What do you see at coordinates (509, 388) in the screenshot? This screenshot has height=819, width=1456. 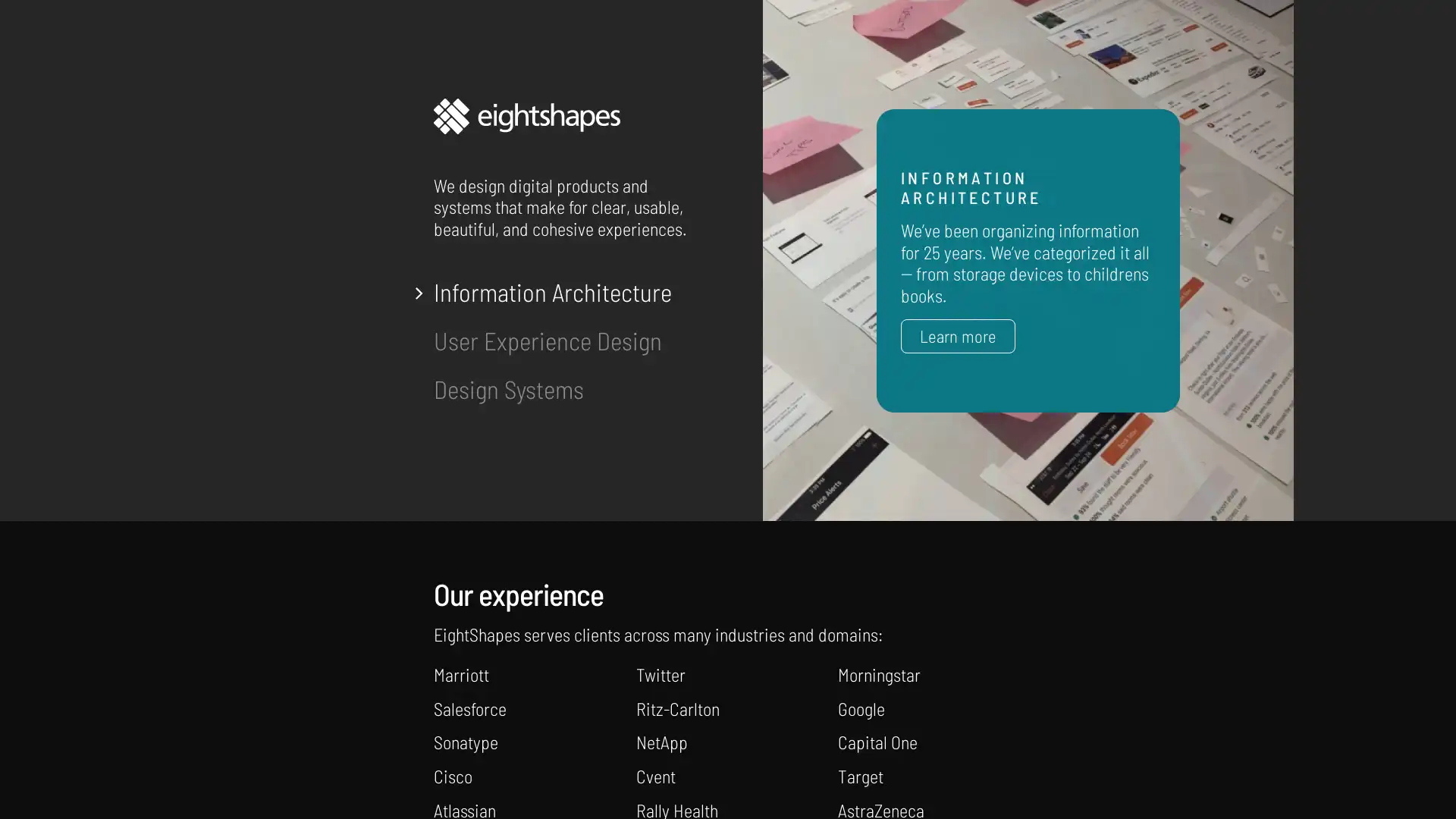 I see `Design Systems` at bounding box center [509, 388].